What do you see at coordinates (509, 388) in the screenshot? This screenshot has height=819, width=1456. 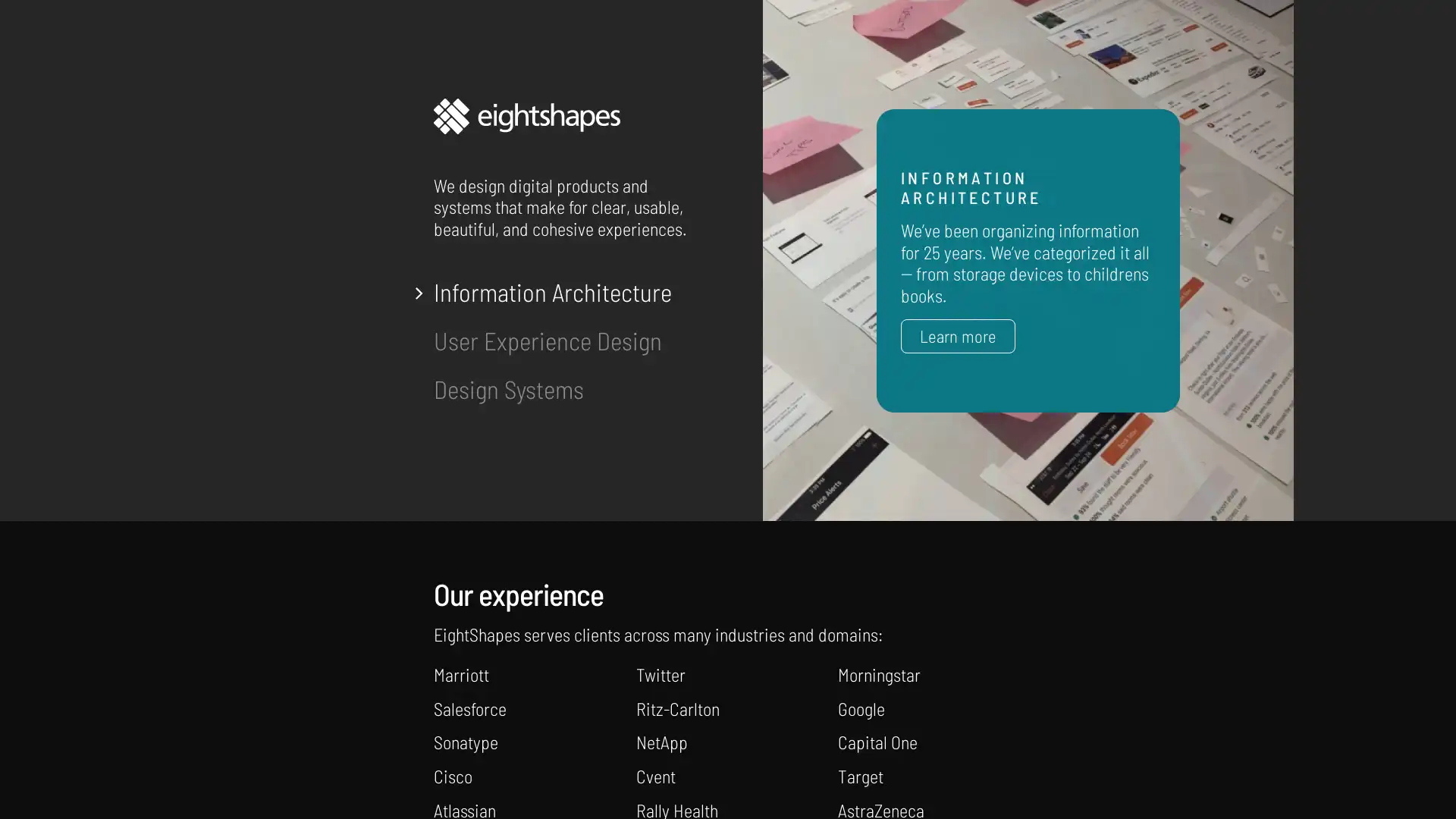 I see `Design Systems` at bounding box center [509, 388].